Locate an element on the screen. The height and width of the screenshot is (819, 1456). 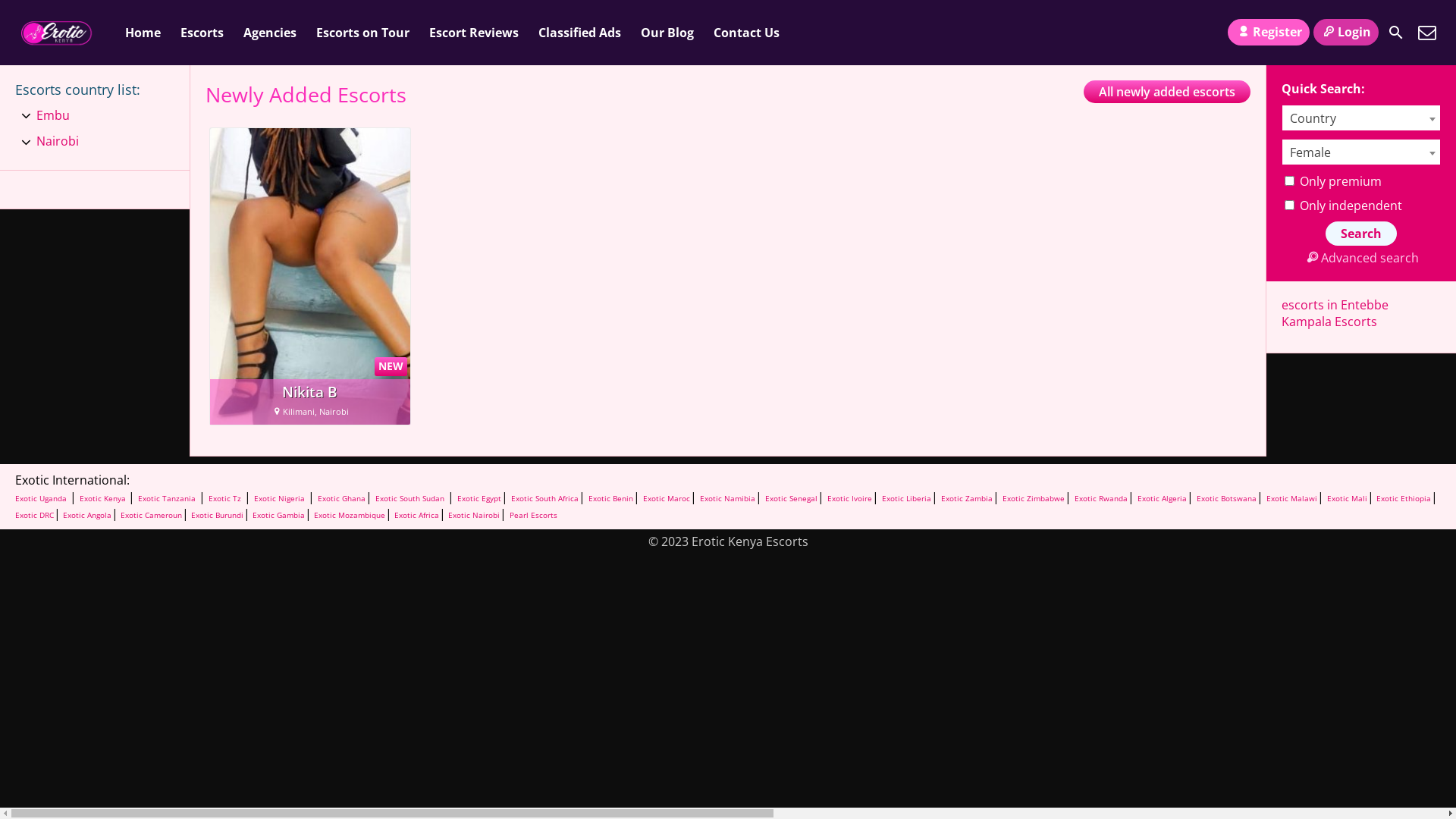
'Exotic South Sudan' is located at coordinates (375, 497).